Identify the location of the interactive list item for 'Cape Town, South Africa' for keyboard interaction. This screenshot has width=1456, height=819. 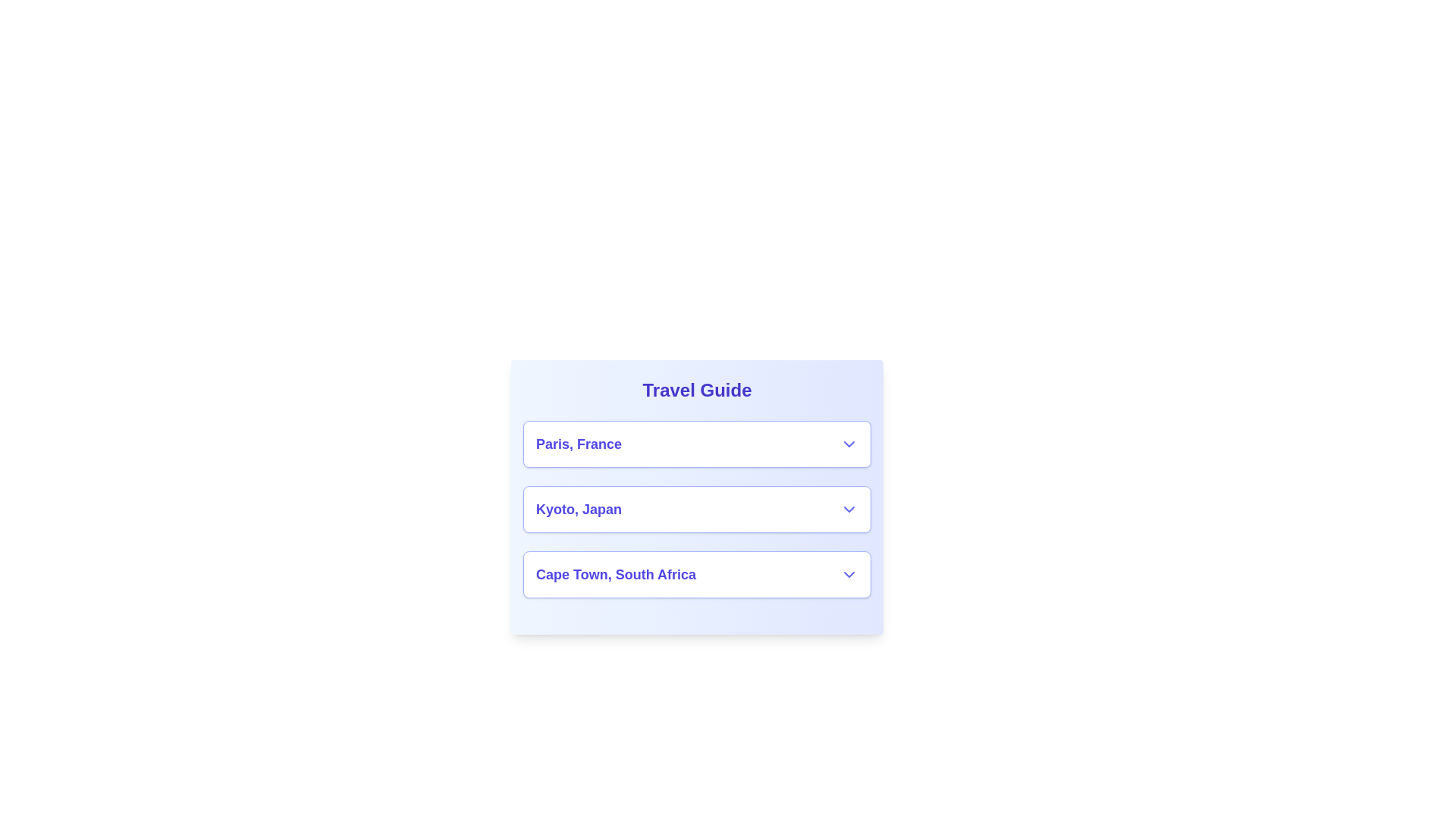
(696, 575).